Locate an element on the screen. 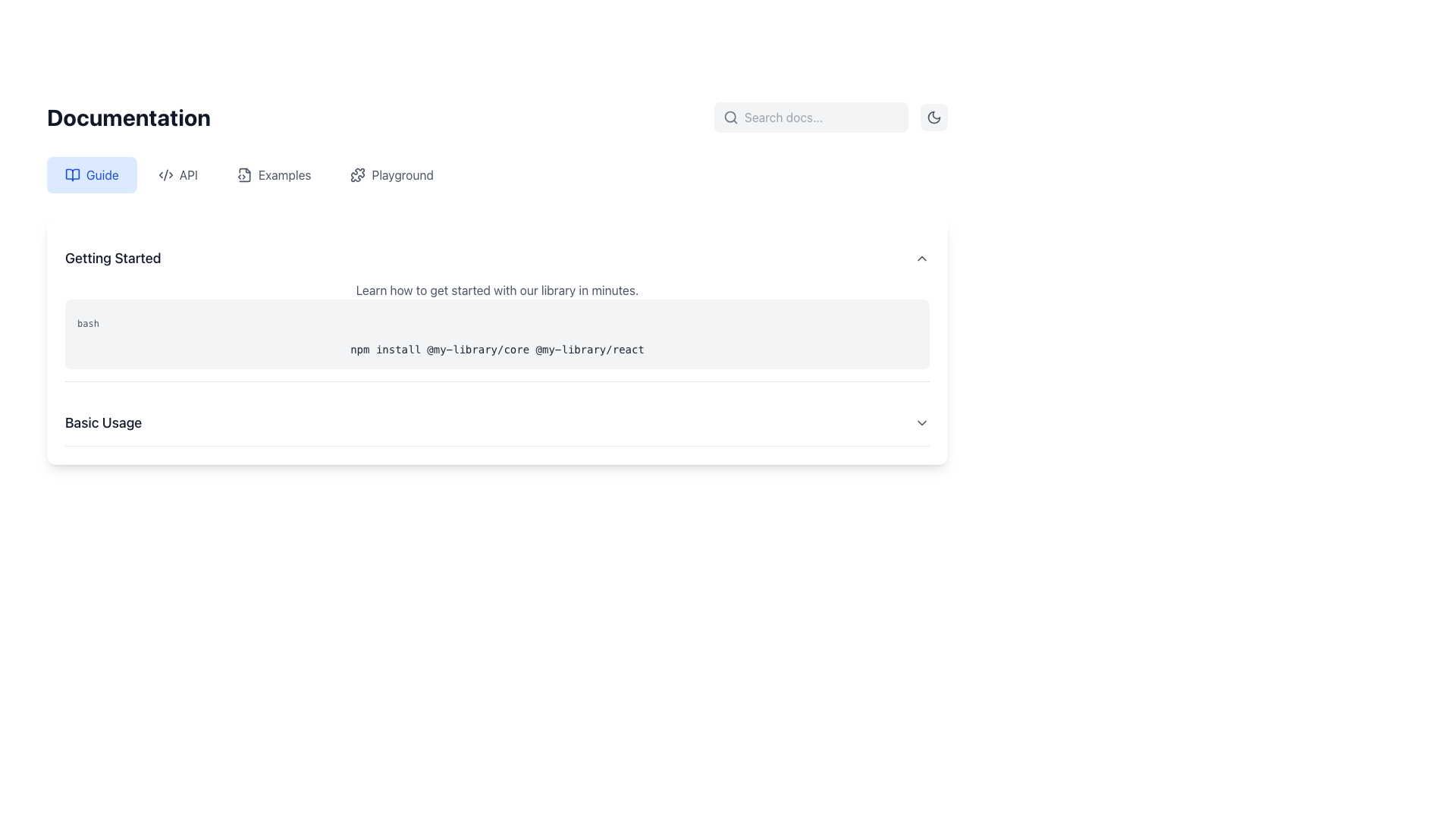  the 'Guide' text label within the navigation button is located at coordinates (102, 174).